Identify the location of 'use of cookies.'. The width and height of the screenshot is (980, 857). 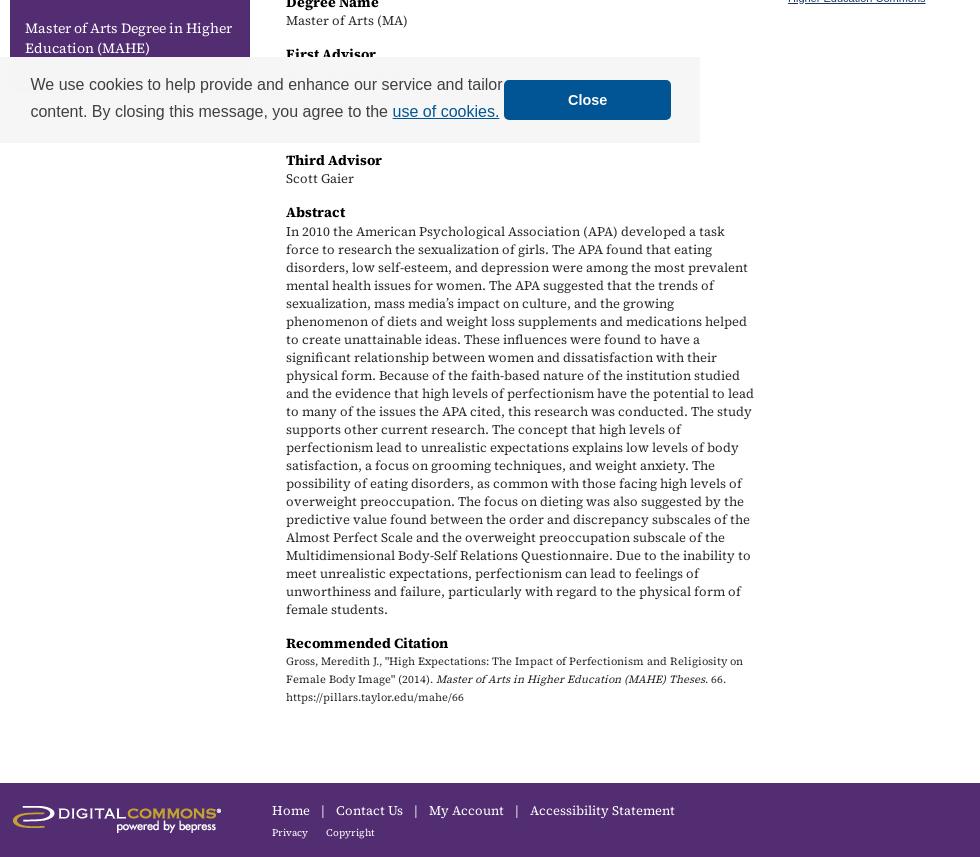
(445, 110).